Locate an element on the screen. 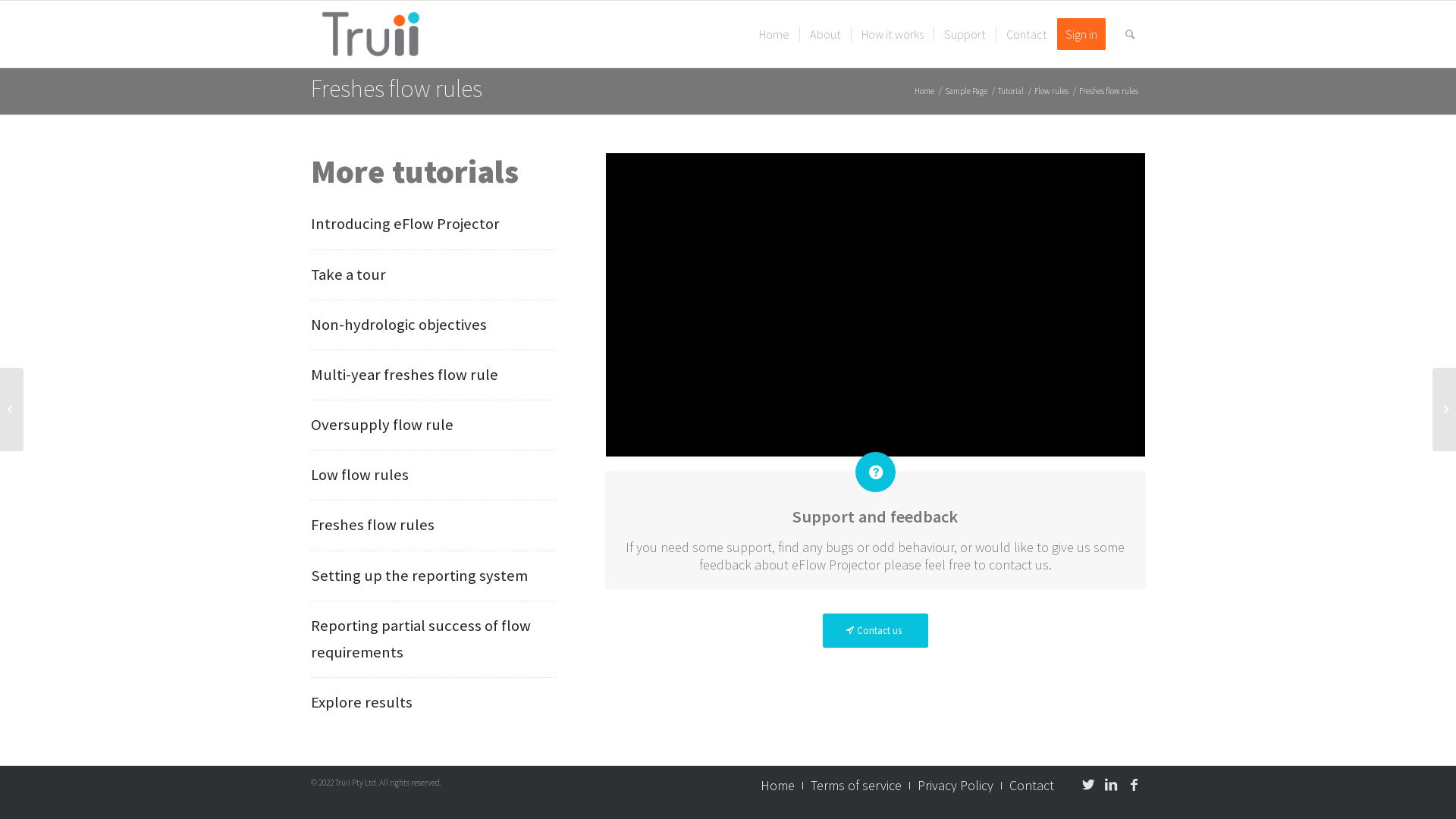 The height and width of the screenshot is (819, 1456). 'Privacy Policy' is located at coordinates (954, 785).